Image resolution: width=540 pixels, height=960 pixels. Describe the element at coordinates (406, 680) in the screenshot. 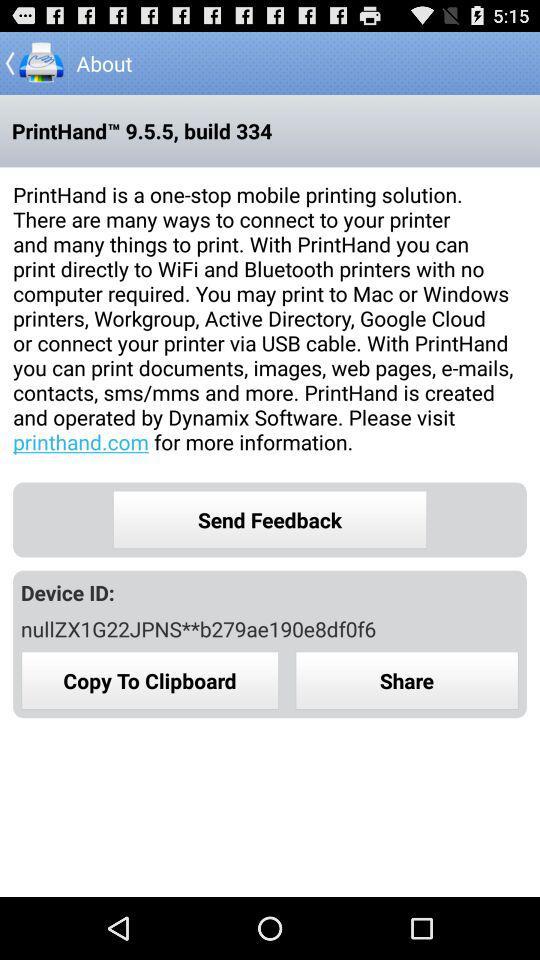

I see `the icon to the right of the copy to clipboard item` at that location.